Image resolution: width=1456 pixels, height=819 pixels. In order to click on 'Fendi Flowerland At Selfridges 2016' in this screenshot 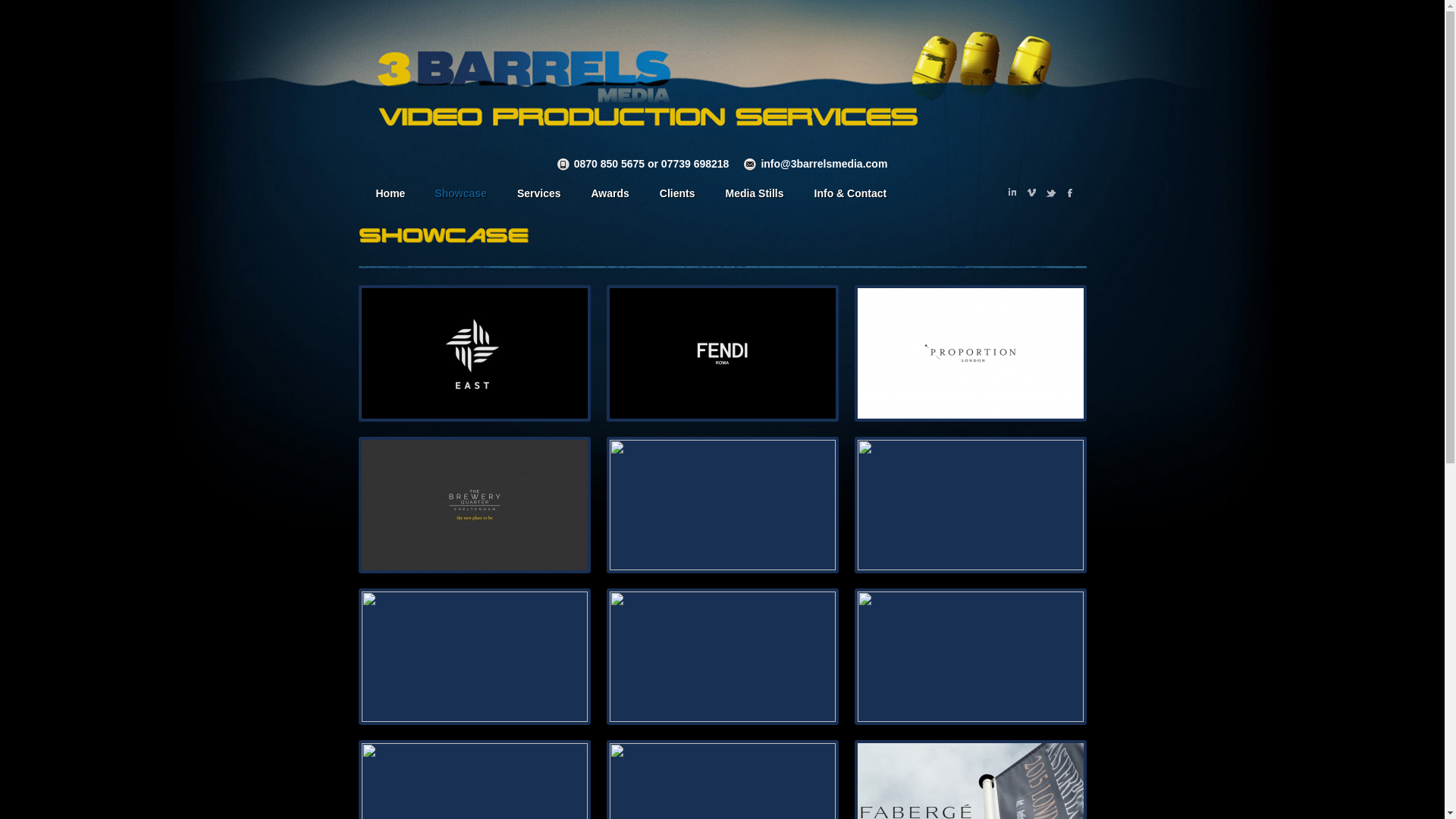, I will do `click(971, 505)`.